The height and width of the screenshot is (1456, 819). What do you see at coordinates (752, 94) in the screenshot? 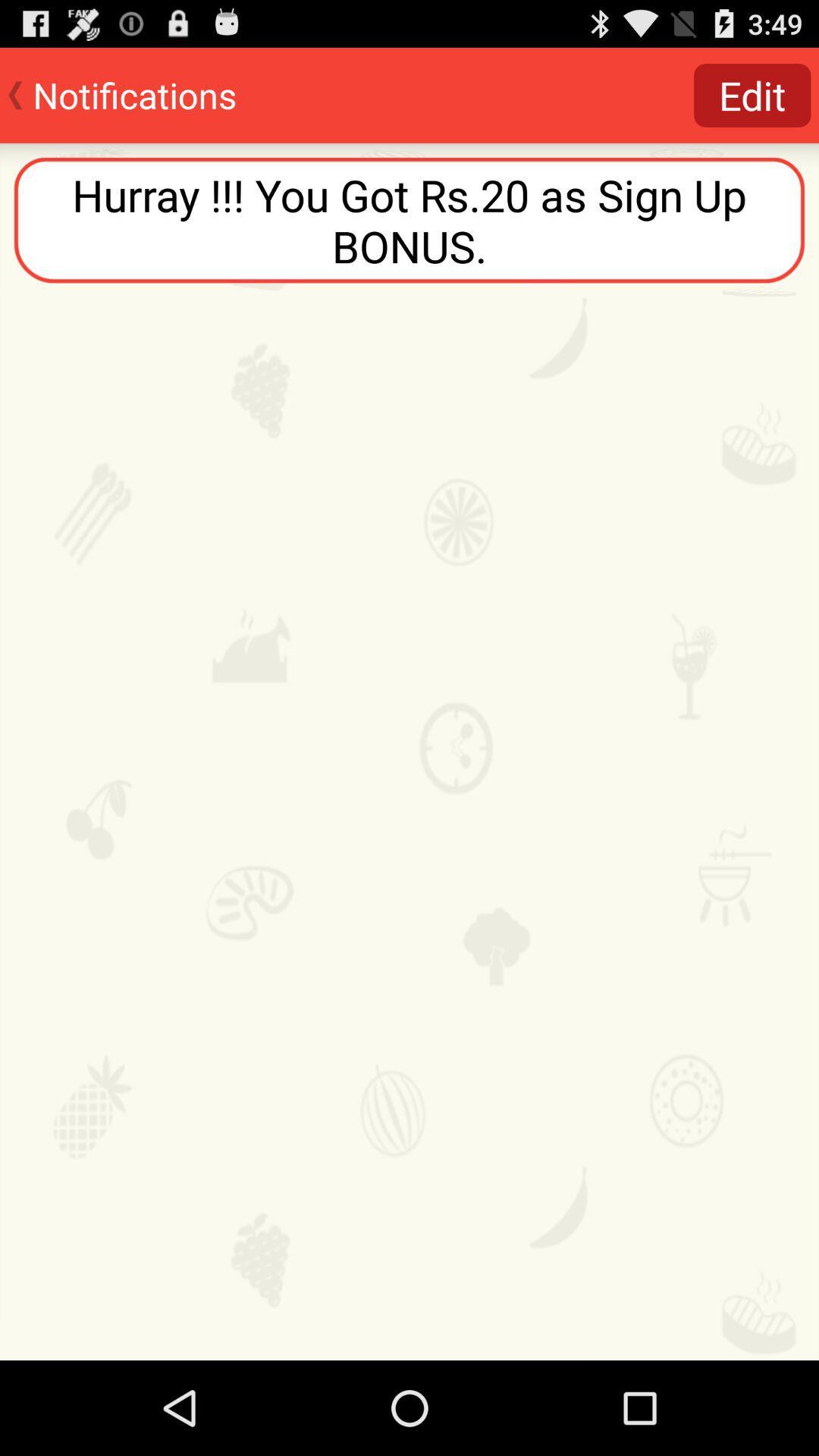
I see `the icon to the right of the notifications` at bounding box center [752, 94].